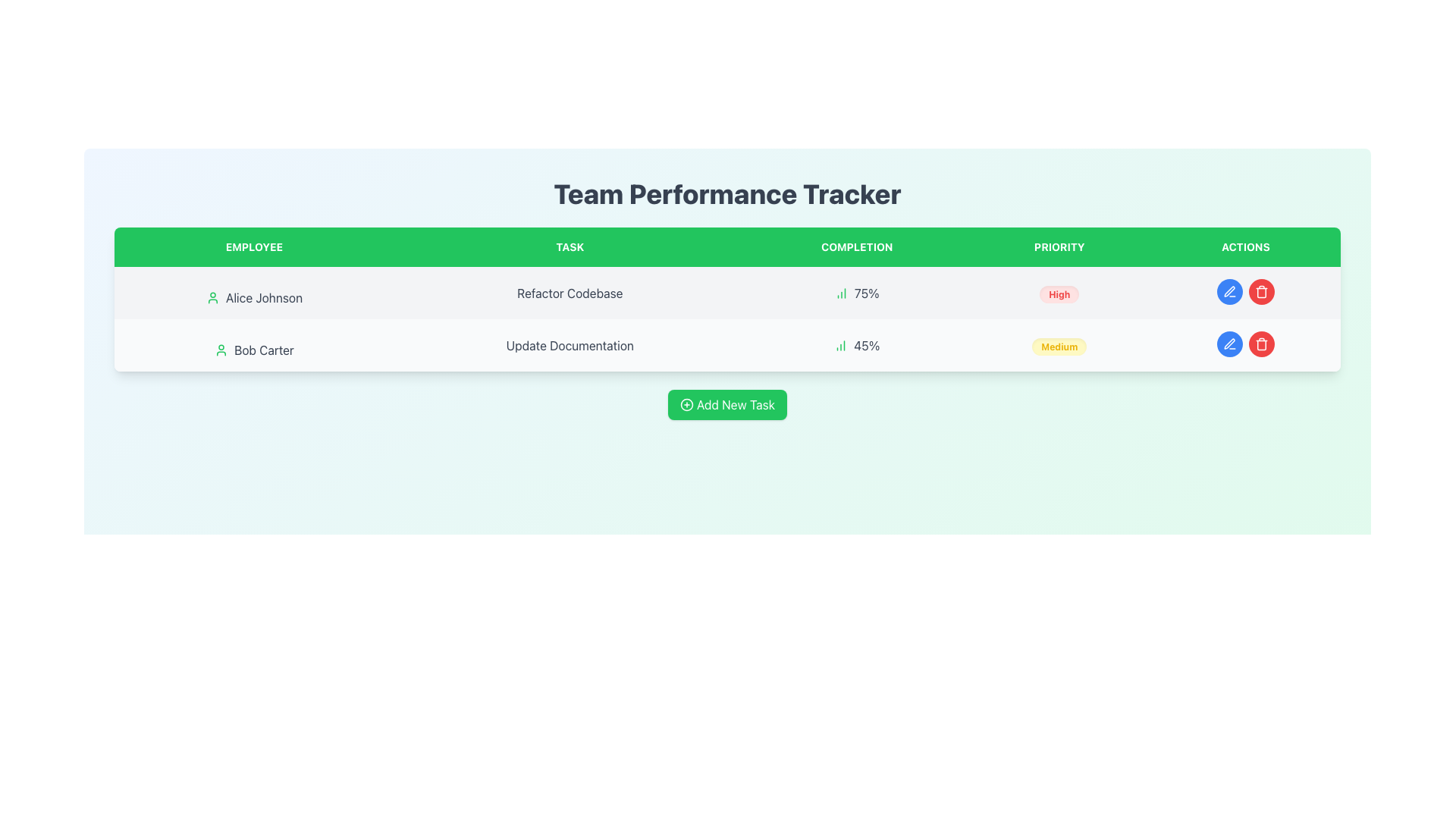  I want to click on text content of the Progress indicator showing '75%' in the COMPLETION column of the performance tracker interface, so click(857, 293).